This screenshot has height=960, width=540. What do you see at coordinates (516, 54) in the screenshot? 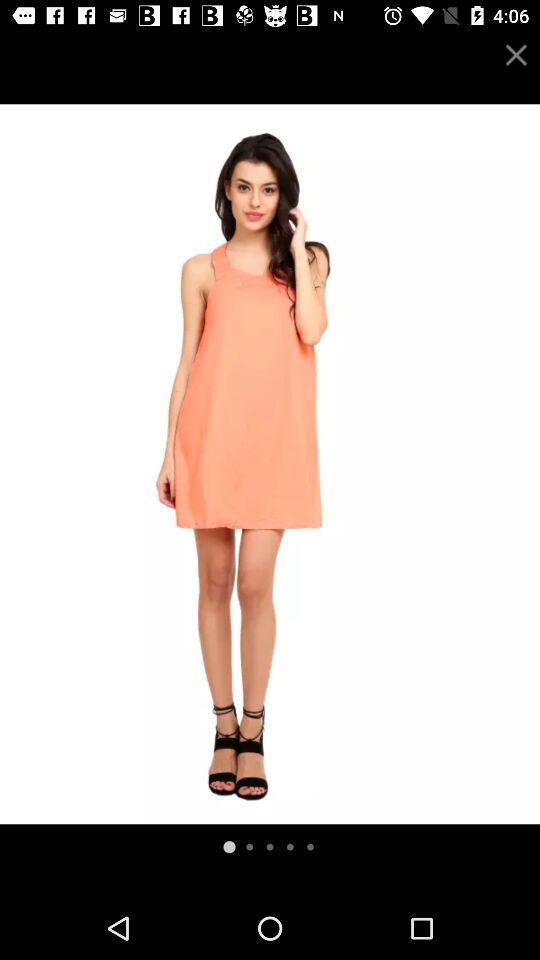
I see `the tab` at bounding box center [516, 54].